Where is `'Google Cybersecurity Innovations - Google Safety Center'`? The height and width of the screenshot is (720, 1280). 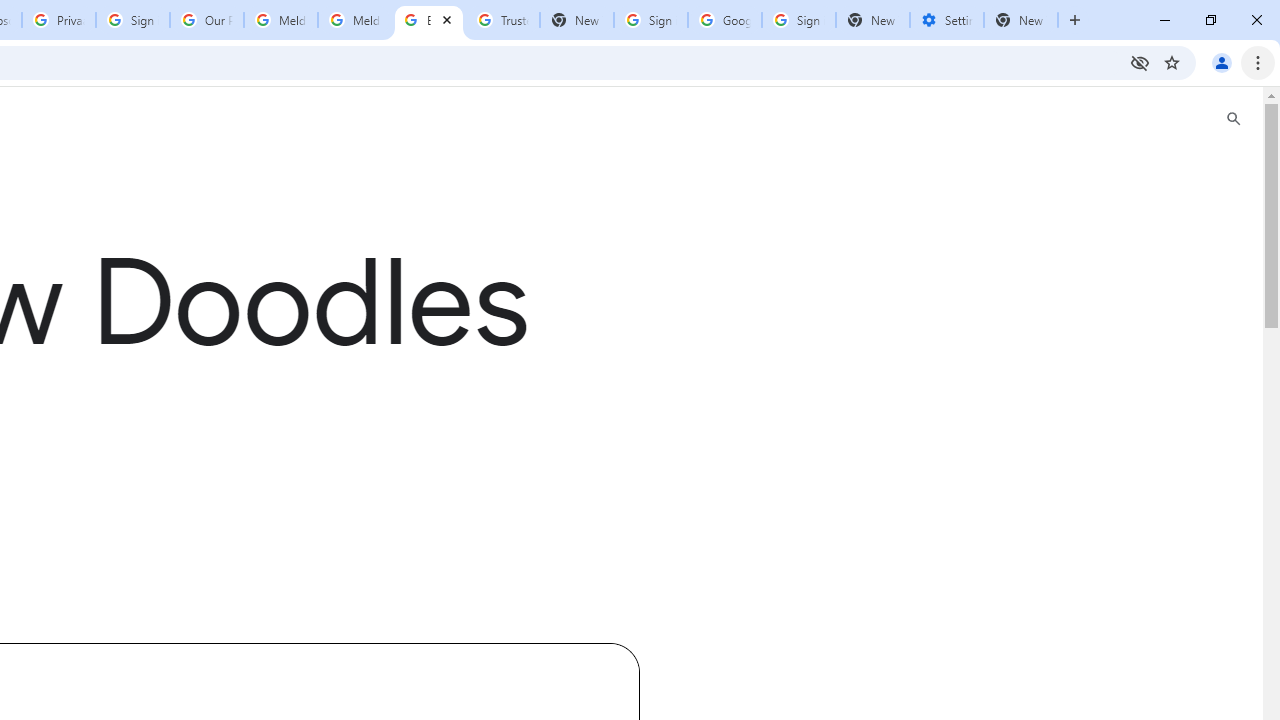 'Google Cybersecurity Innovations - Google Safety Center' is located at coordinates (723, 20).